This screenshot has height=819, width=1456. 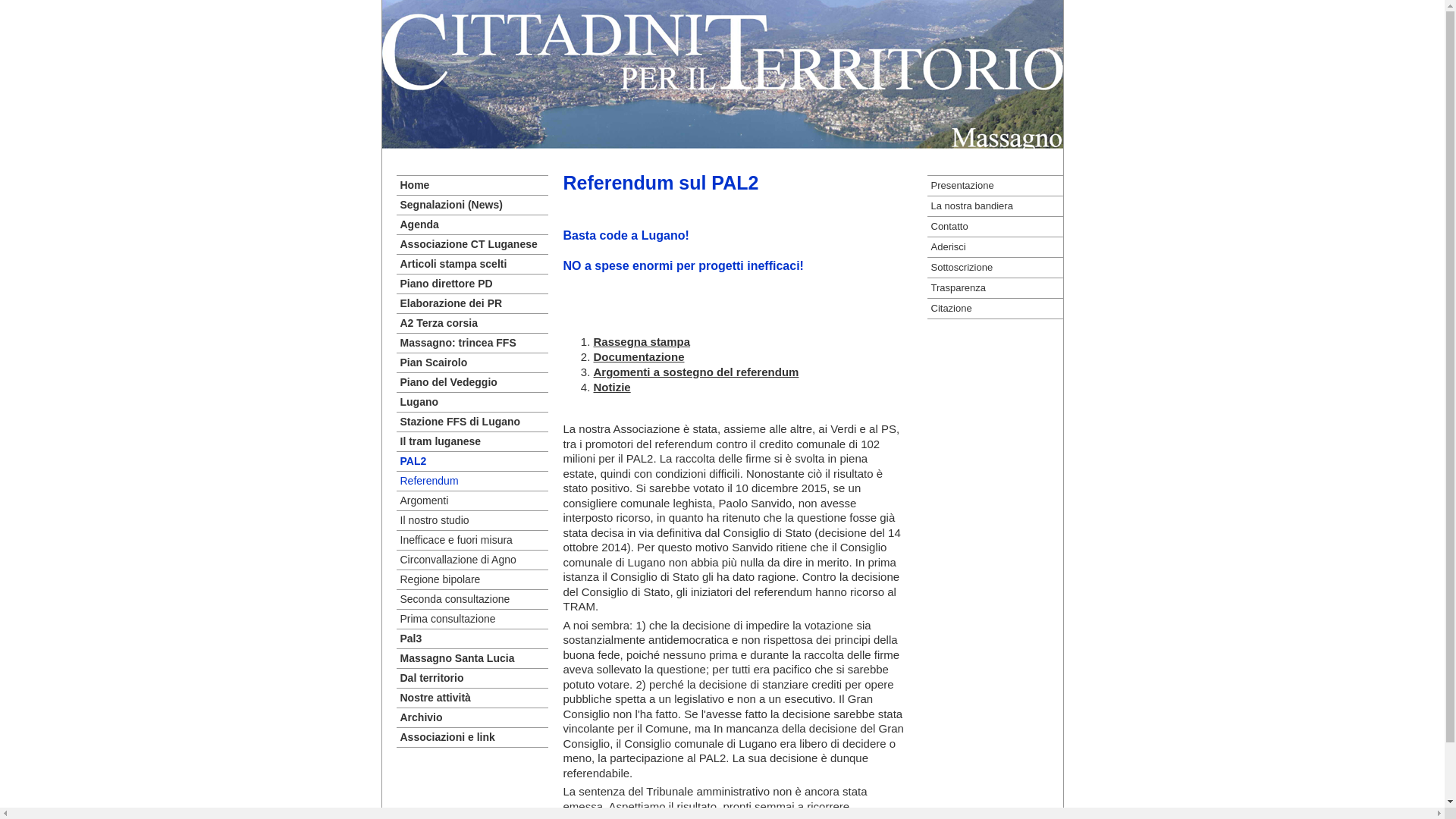 What do you see at coordinates (471, 481) in the screenshot?
I see `'Referendum'` at bounding box center [471, 481].